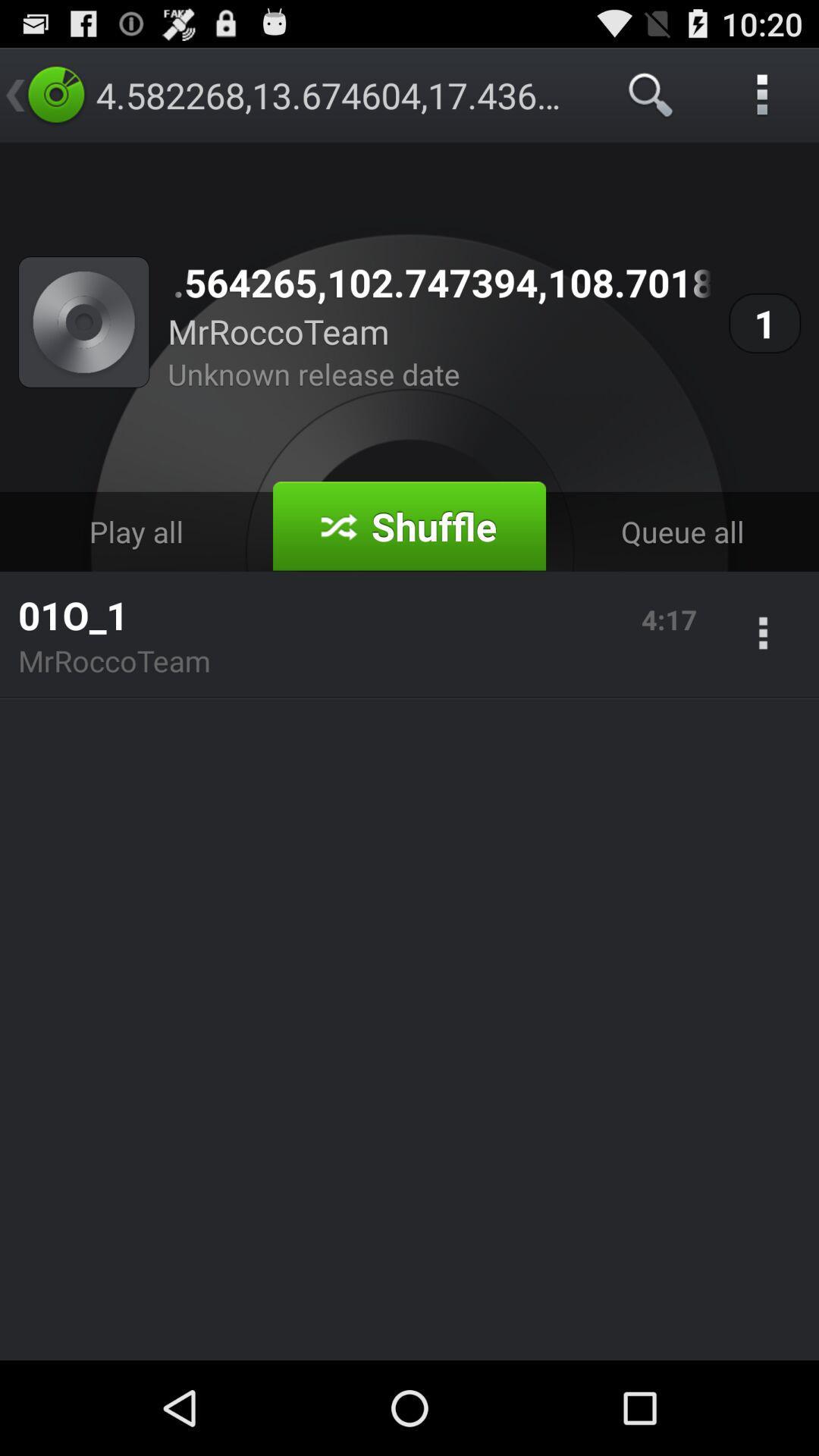 The height and width of the screenshot is (1456, 819). What do you see at coordinates (681, 532) in the screenshot?
I see `queue all app` at bounding box center [681, 532].